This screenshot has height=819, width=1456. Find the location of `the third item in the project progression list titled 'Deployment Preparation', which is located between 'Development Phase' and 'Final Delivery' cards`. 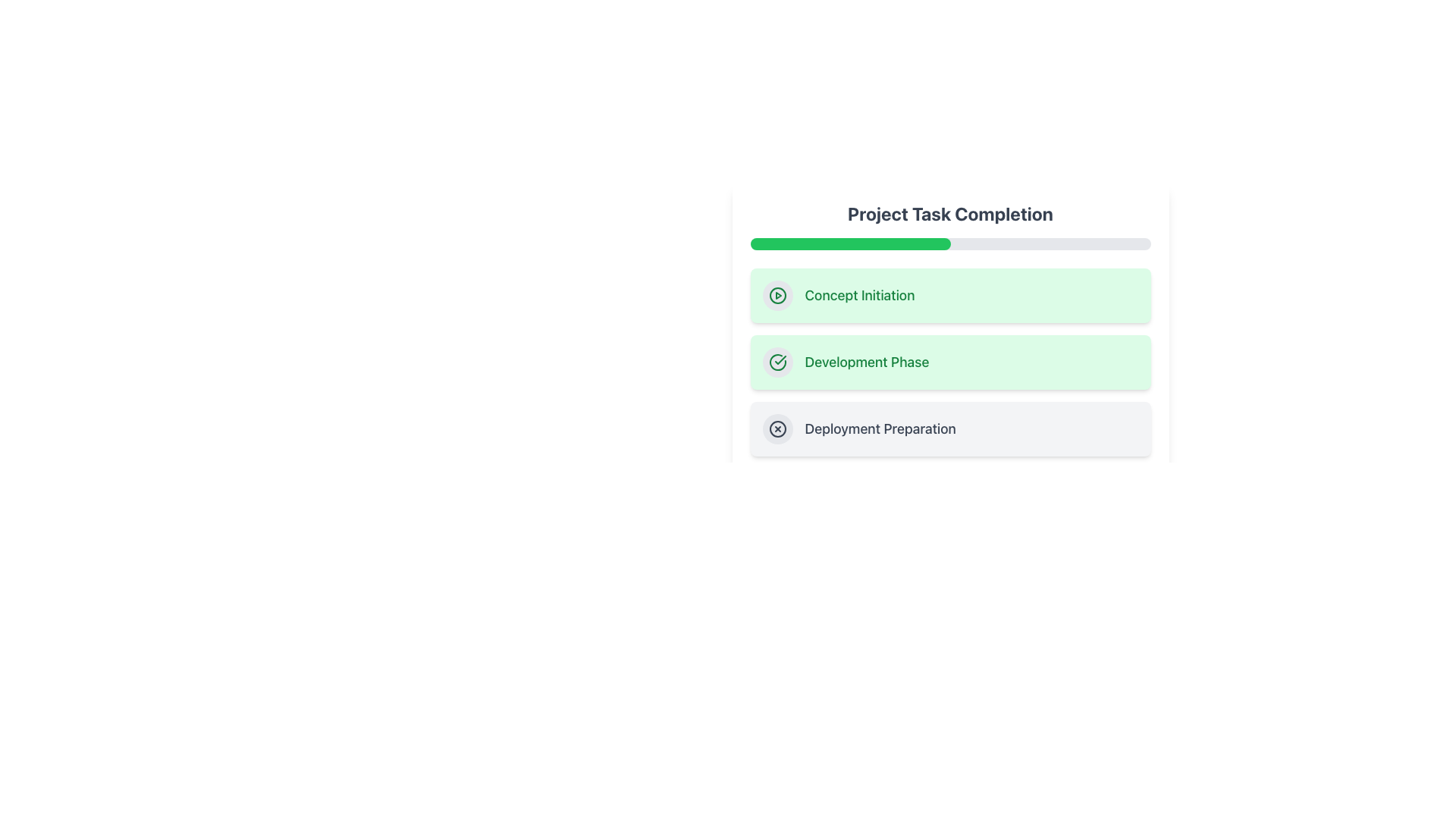

the third item in the project progression list titled 'Deployment Preparation', which is located between 'Development Phase' and 'Final Delivery' cards is located at coordinates (949, 429).